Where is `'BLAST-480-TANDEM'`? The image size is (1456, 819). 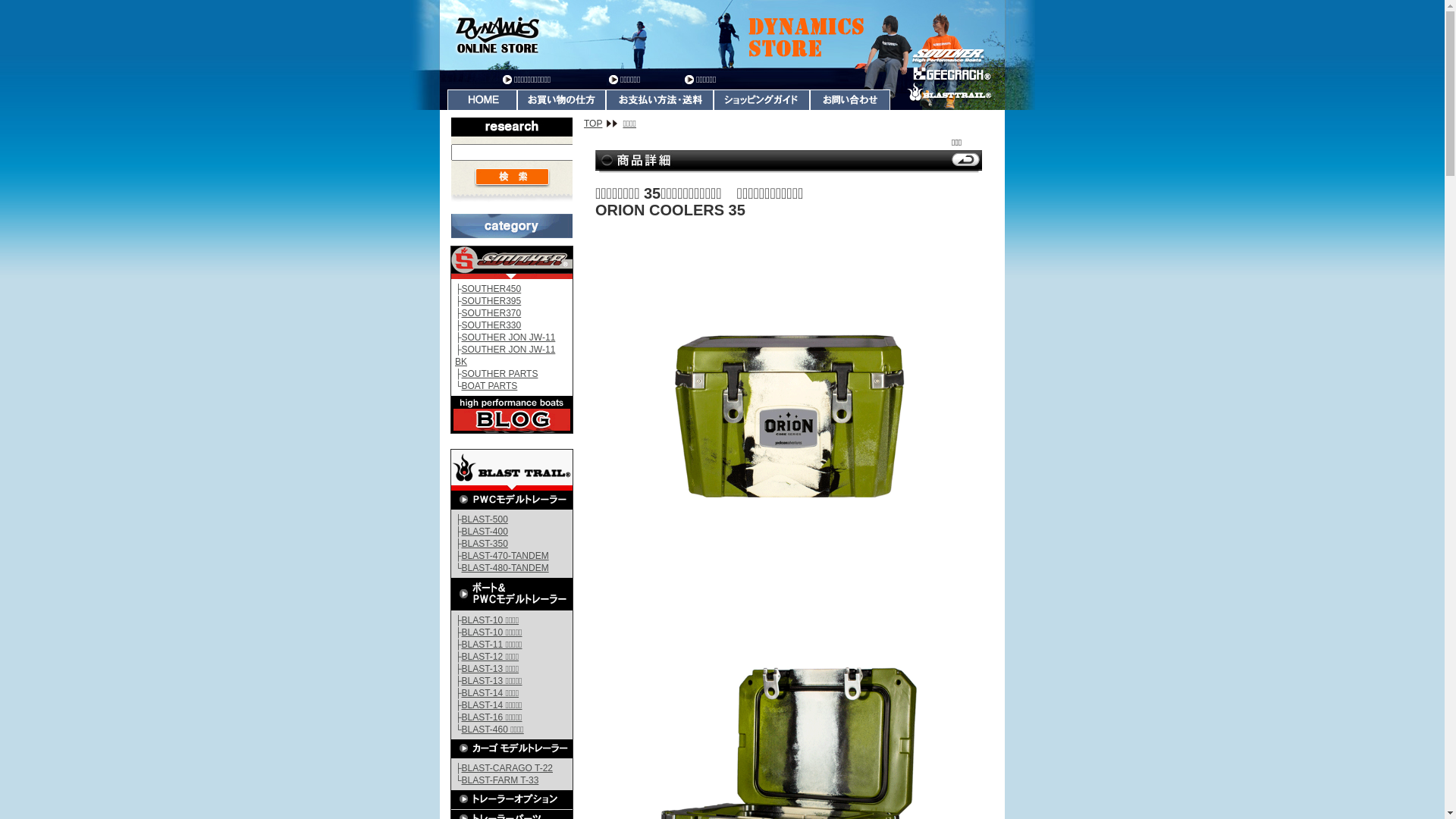
'BLAST-480-TANDEM' is located at coordinates (505, 567).